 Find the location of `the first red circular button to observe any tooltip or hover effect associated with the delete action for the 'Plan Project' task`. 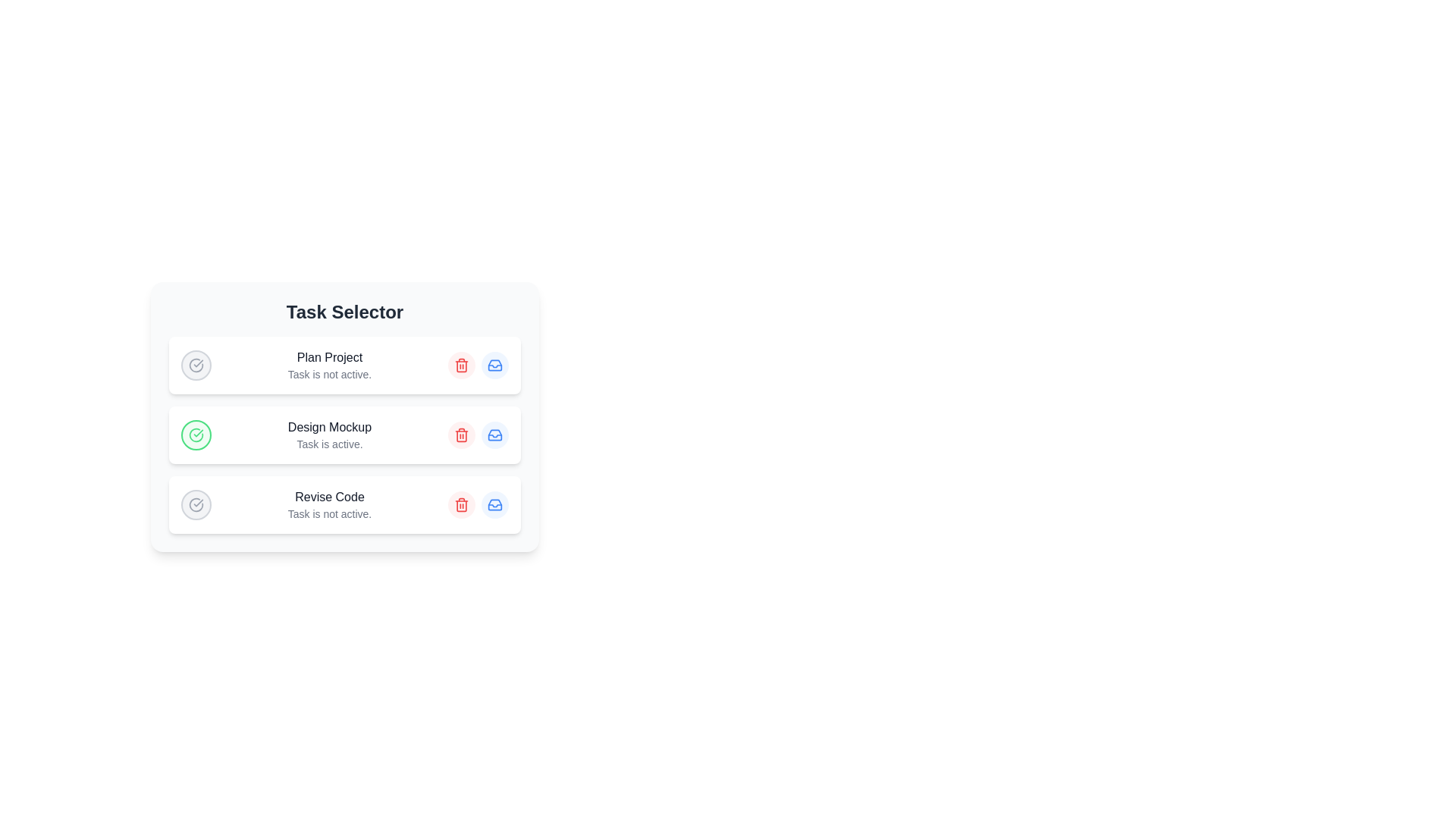

the first red circular button to observe any tooltip or hover effect associated with the delete action for the 'Plan Project' task is located at coordinates (461, 366).